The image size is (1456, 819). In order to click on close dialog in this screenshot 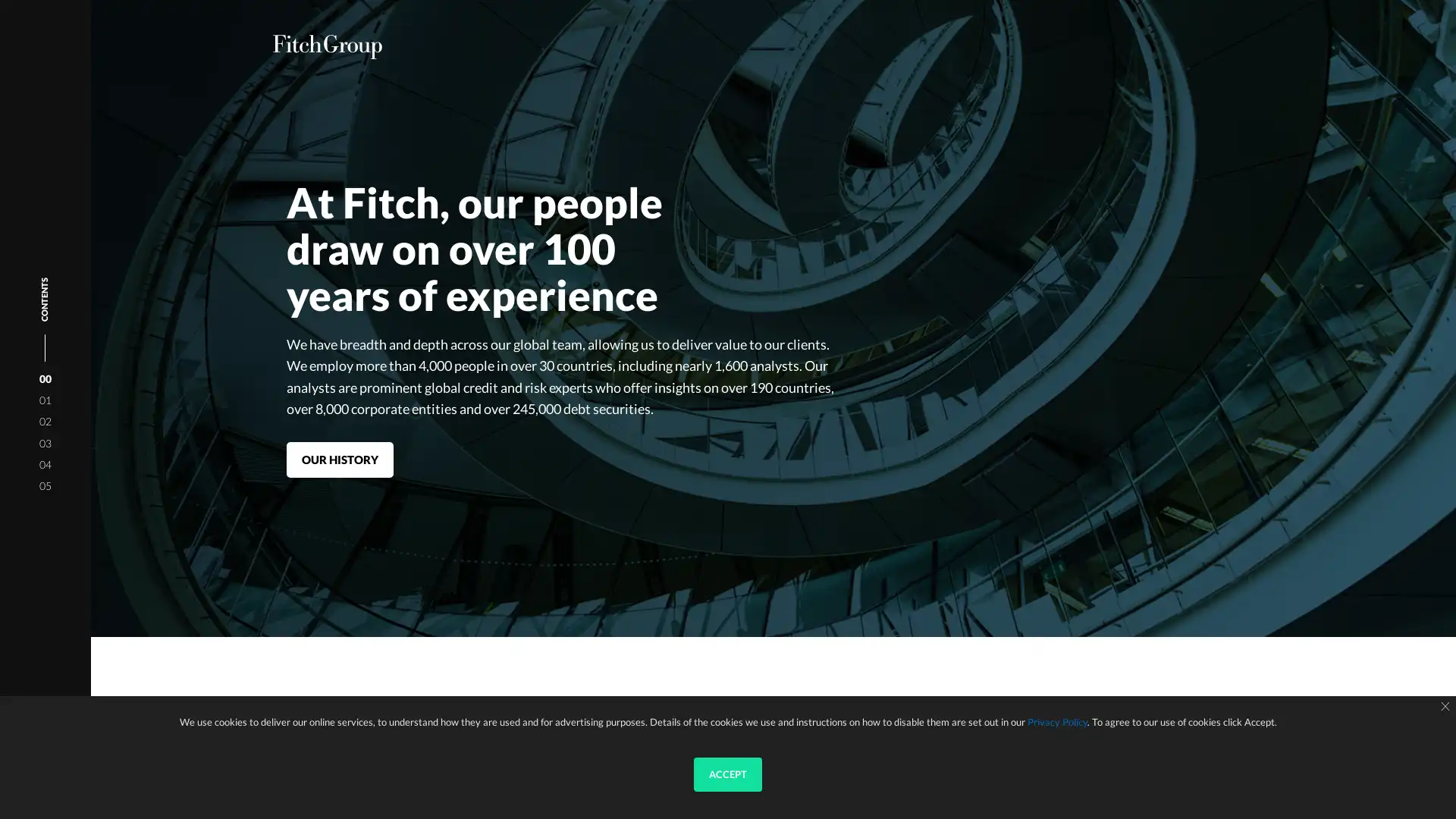, I will do `click(1444, 707)`.